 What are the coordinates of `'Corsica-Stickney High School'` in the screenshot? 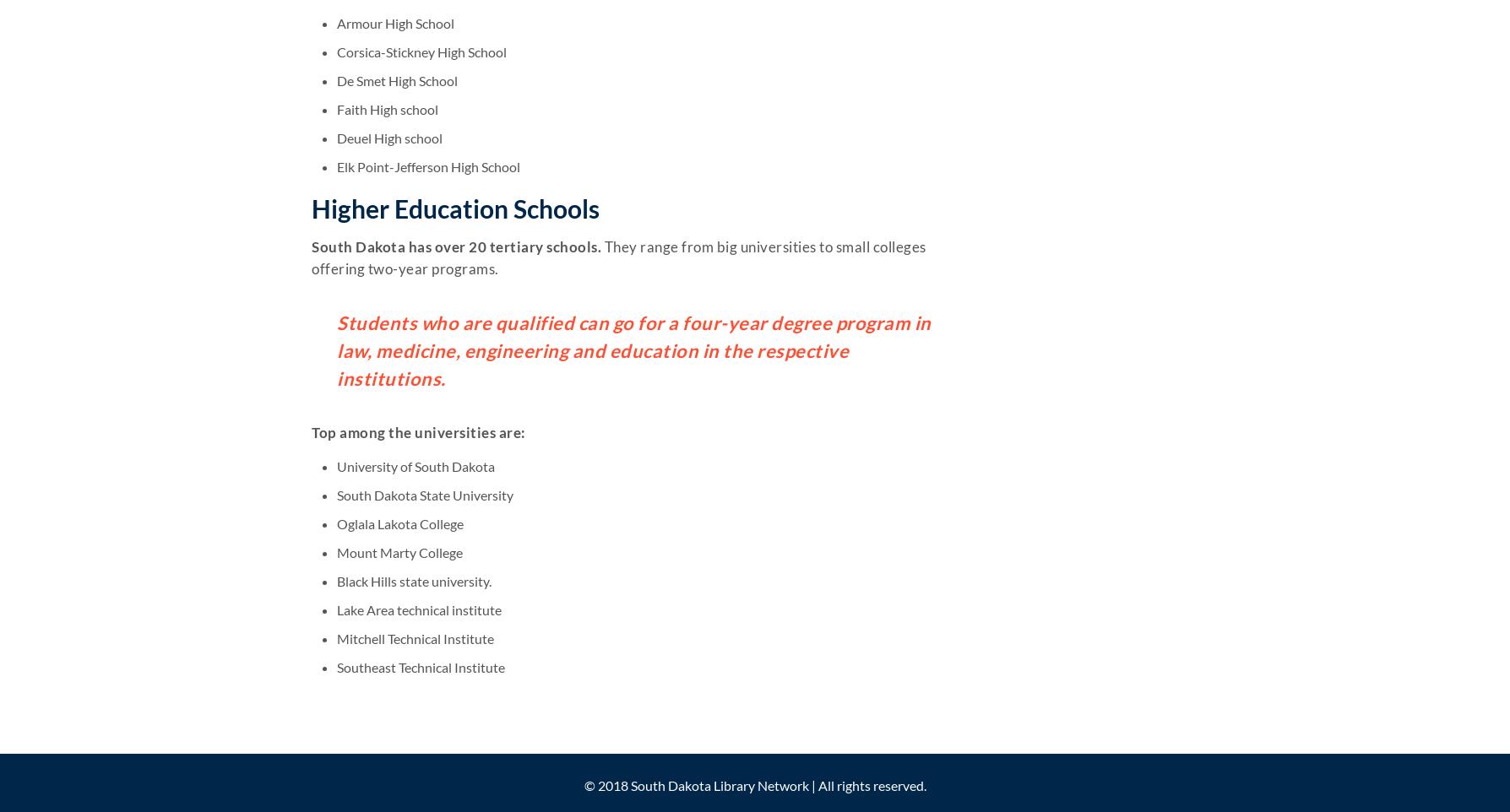 It's located at (421, 51).